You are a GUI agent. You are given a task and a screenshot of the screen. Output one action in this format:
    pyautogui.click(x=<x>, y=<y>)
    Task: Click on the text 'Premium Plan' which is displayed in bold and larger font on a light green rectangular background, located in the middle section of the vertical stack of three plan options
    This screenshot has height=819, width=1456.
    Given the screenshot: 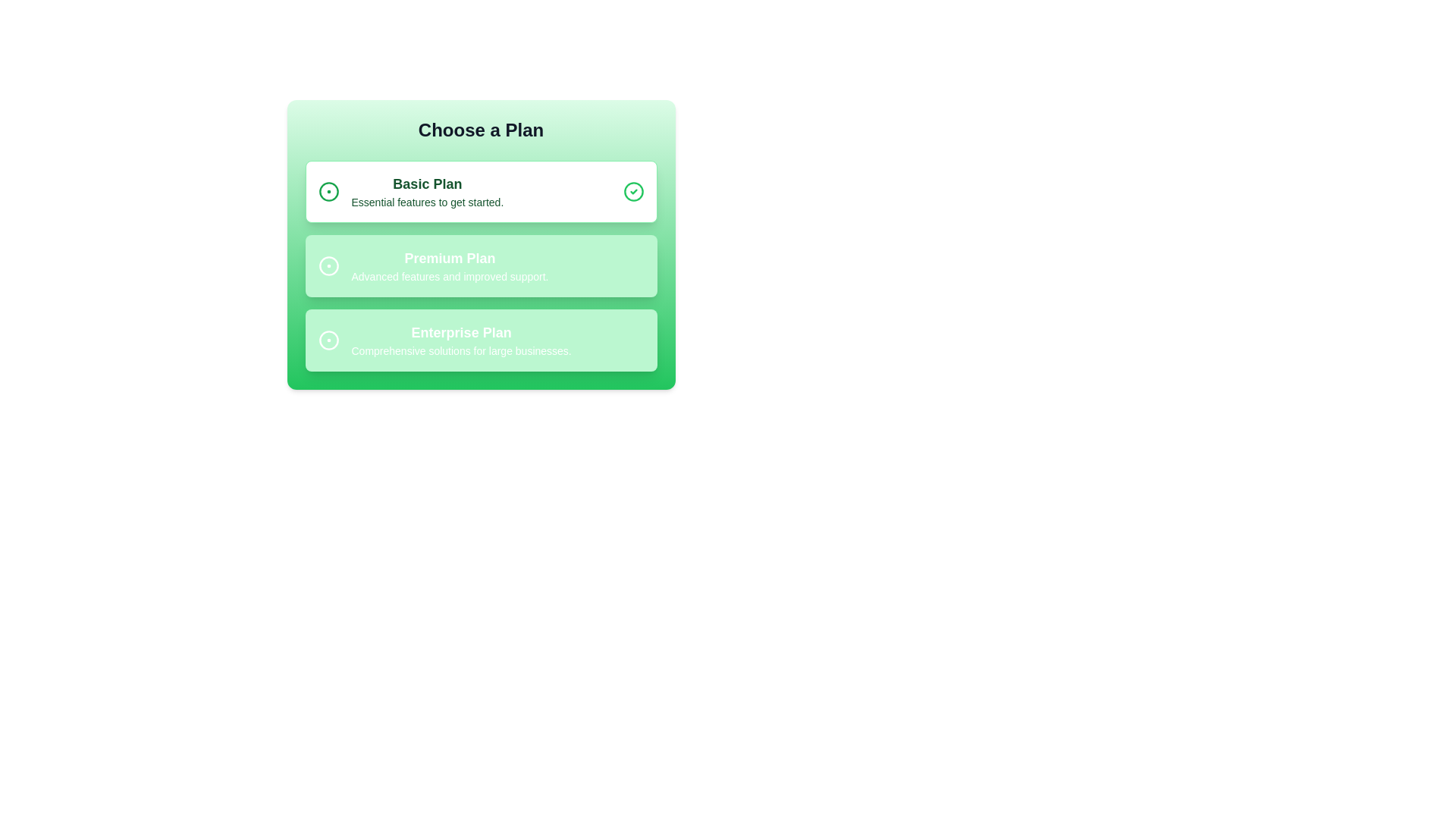 What is the action you would take?
    pyautogui.click(x=449, y=257)
    